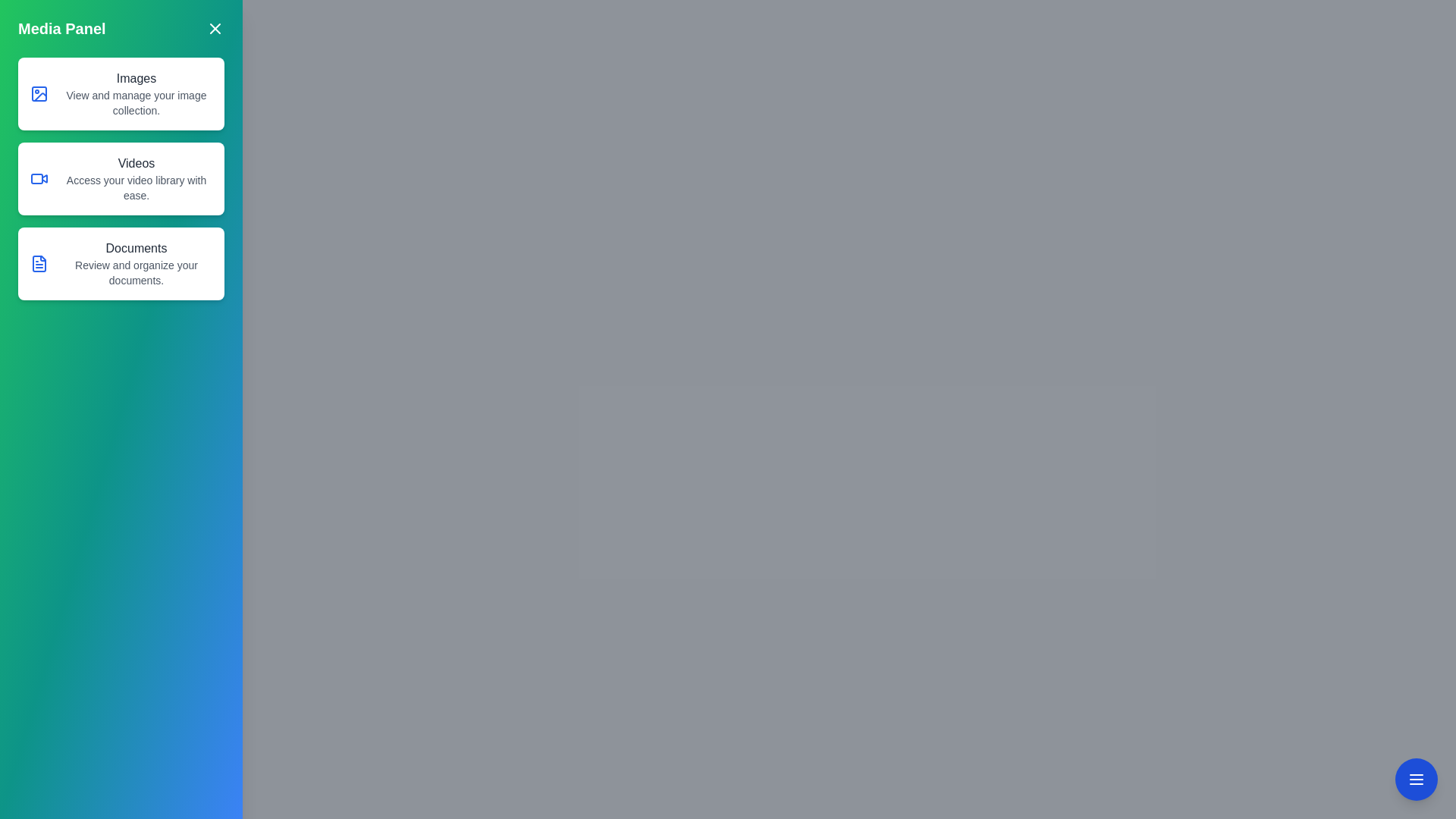 The height and width of the screenshot is (819, 1456). I want to click on title 'Media Panel' from the section located at the top of the sidebar, which has a gradient background and includes a close button, so click(120, 29).